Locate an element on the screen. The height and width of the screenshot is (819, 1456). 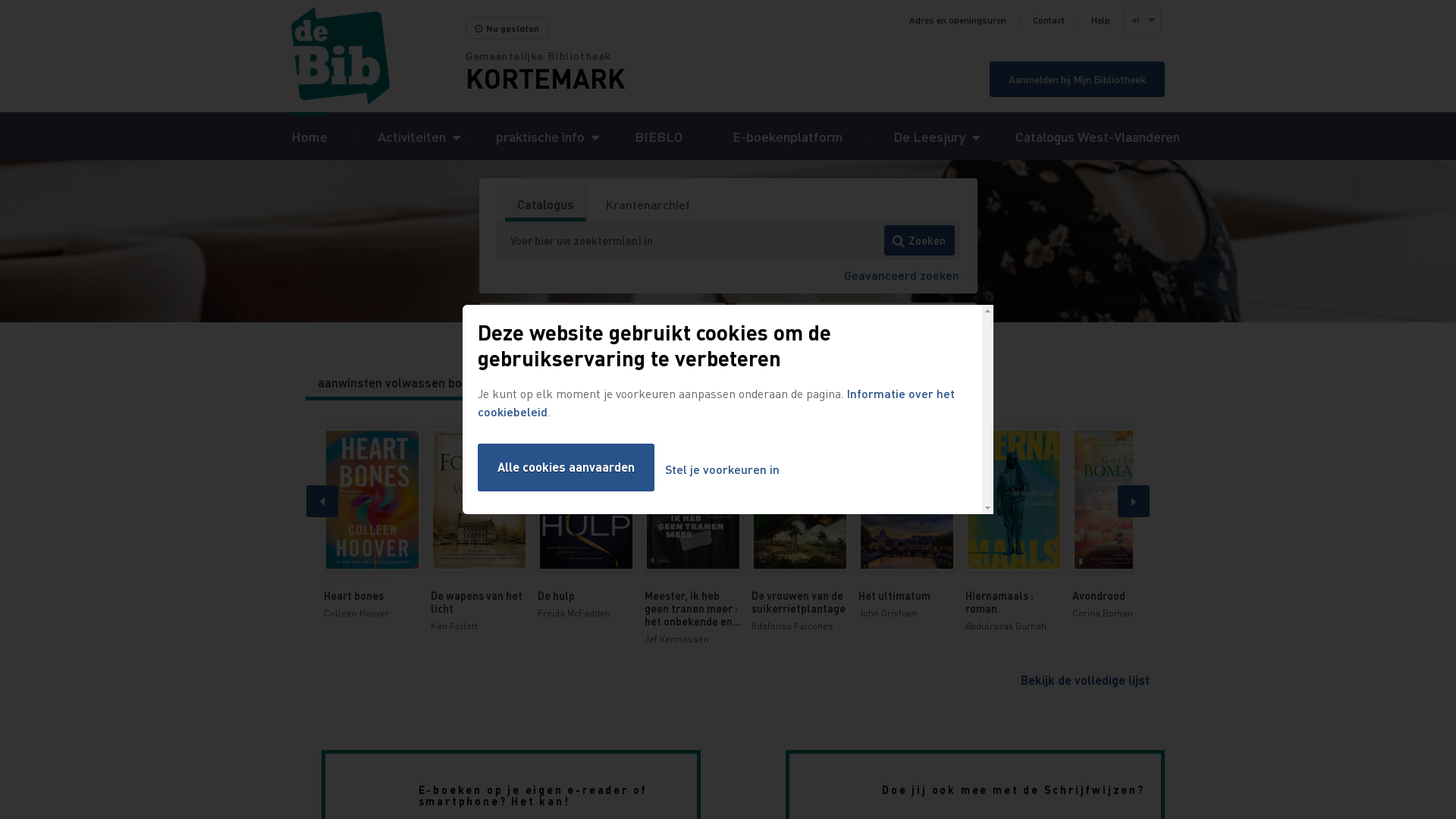
'Informatie over het cookiebeleid' is located at coordinates (715, 401).